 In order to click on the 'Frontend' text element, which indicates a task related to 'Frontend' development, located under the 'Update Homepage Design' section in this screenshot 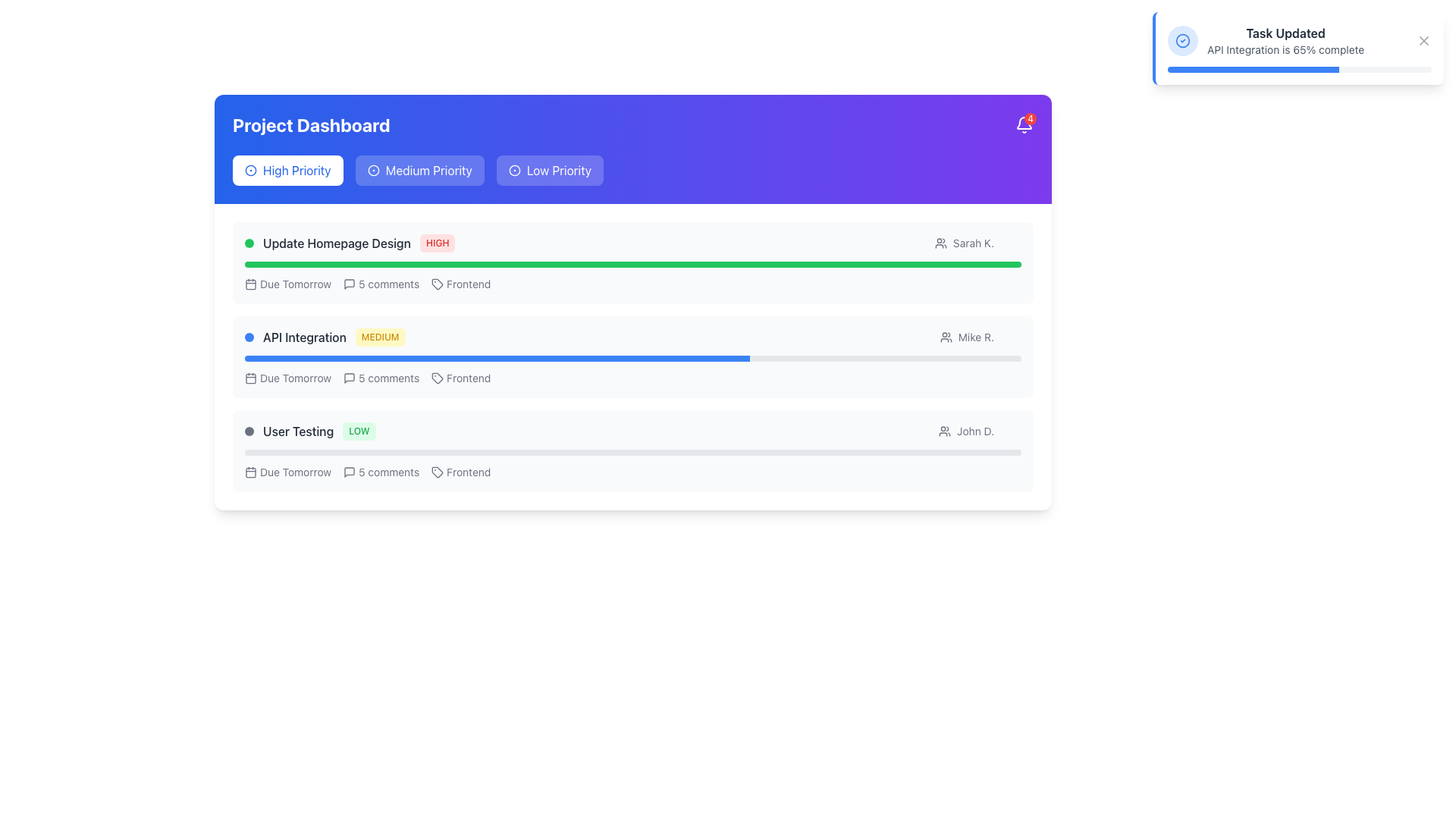, I will do `click(468, 284)`.